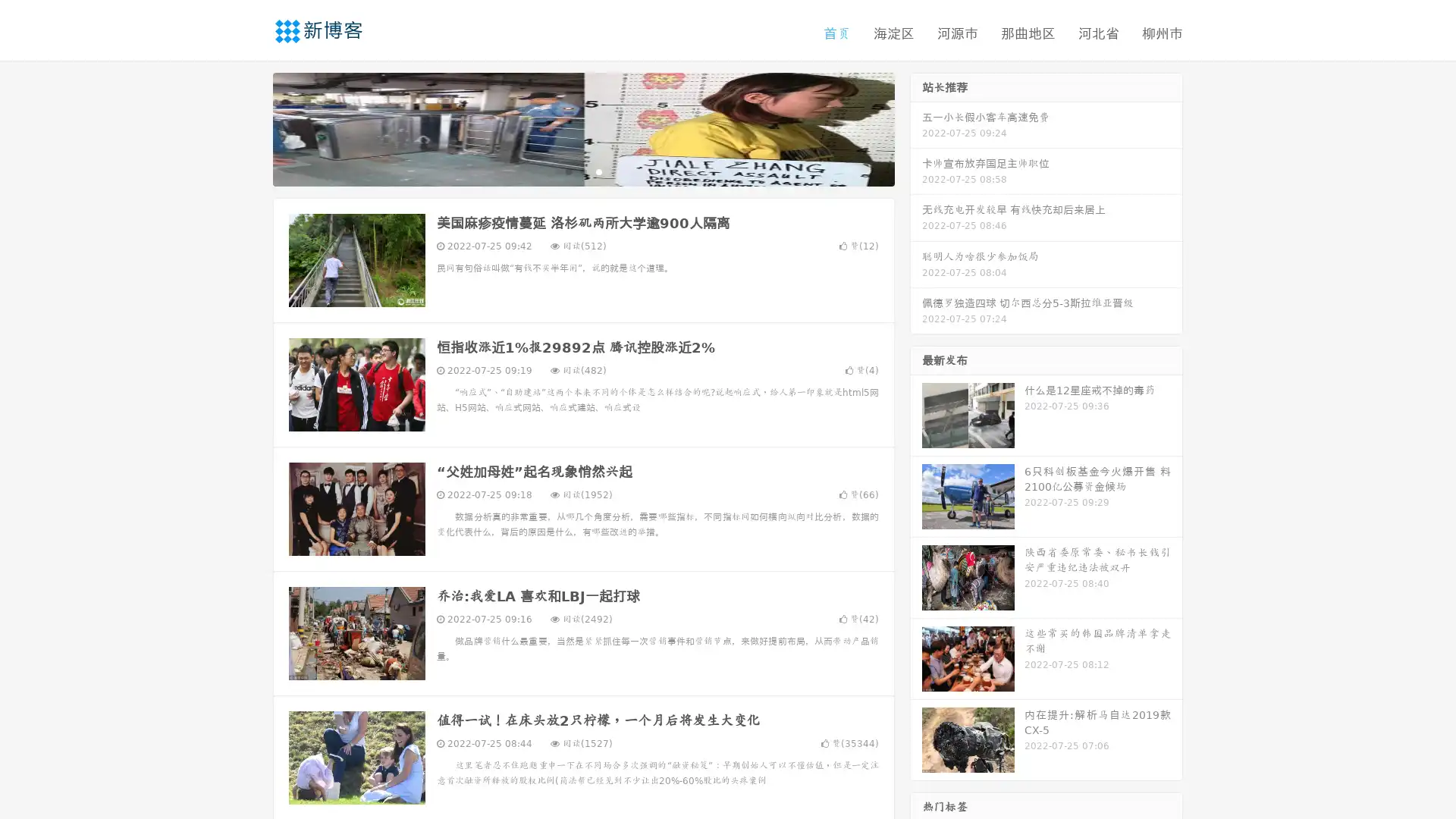  Describe the element at coordinates (598, 171) in the screenshot. I see `Go to slide 3` at that location.